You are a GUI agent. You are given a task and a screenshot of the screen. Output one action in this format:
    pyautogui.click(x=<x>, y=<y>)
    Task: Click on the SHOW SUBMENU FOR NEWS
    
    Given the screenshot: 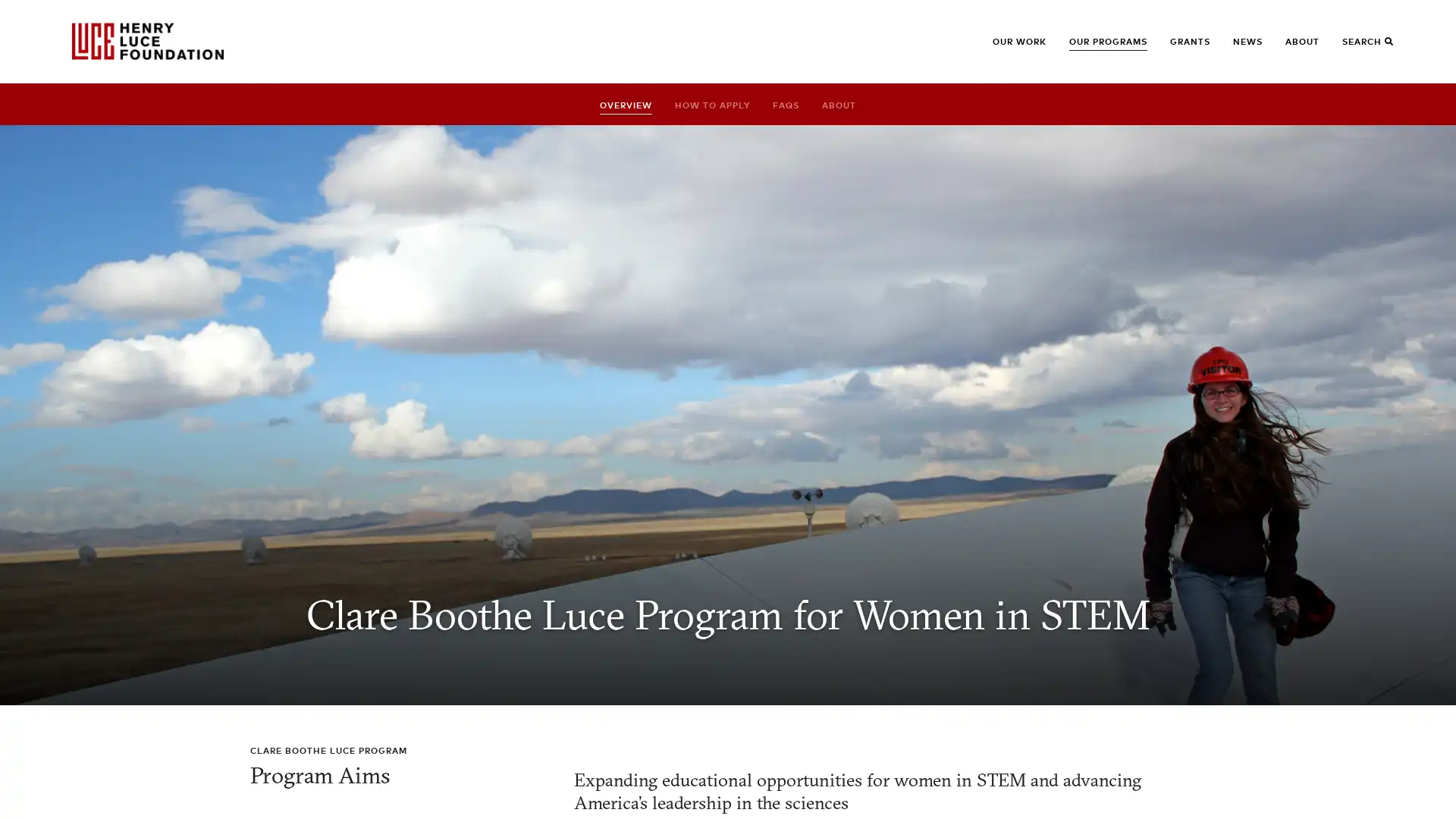 What is the action you would take?
    pyautogui.click(x=1257, y=48)
    